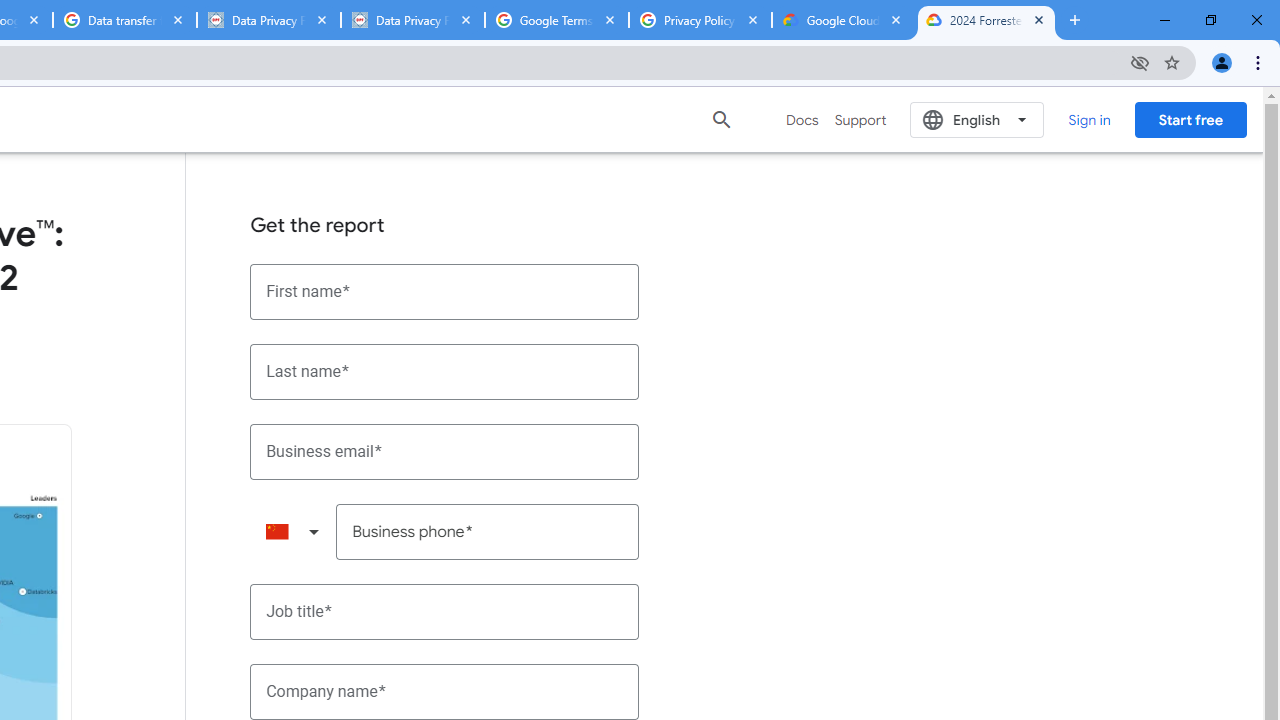 This screenshot has width=1280, height=720. I want to click on 'Calling Code (+86)', so click(291, 531).